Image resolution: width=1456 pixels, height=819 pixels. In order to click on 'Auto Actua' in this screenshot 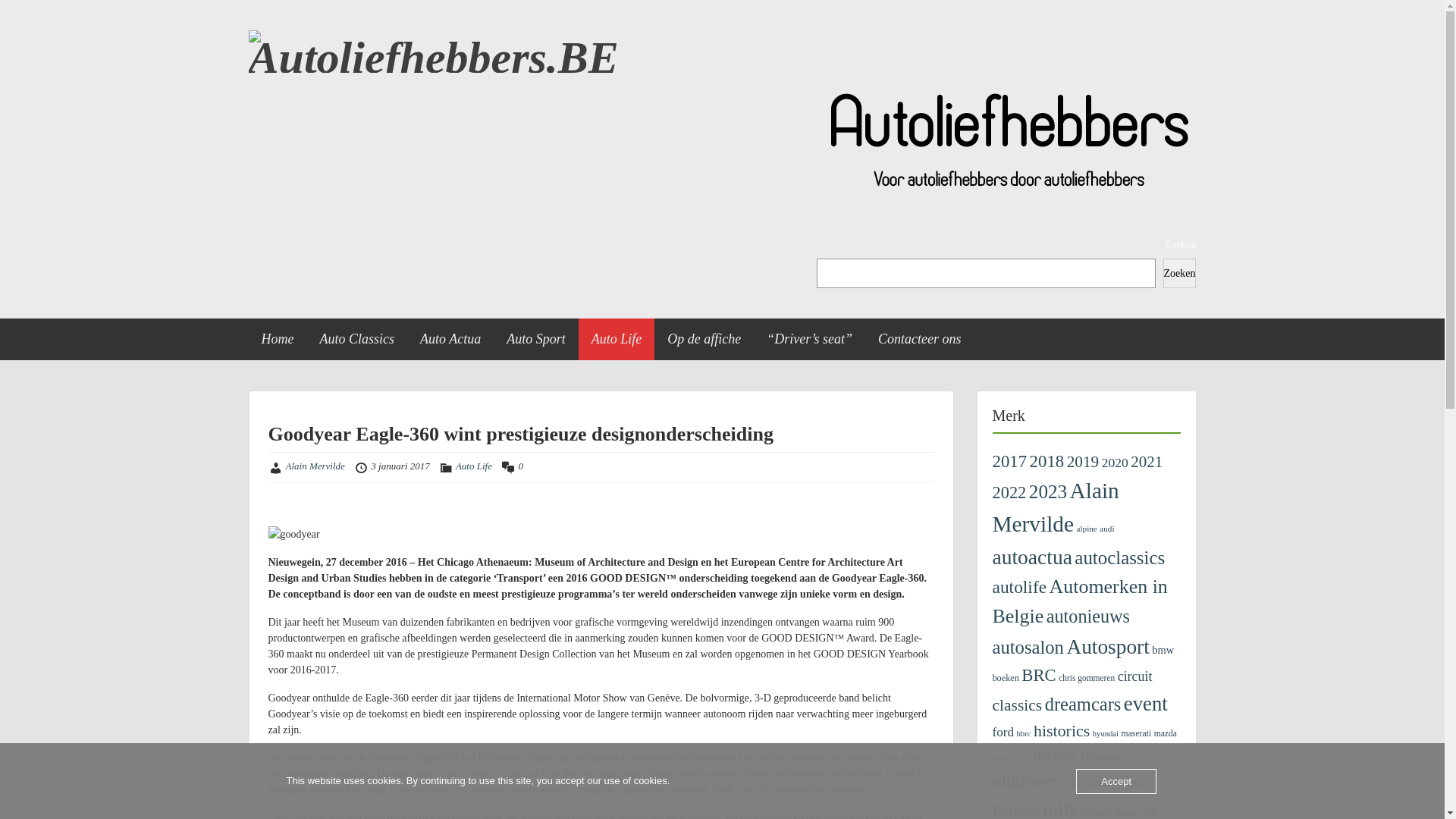, I will do `click(450, 338)`.